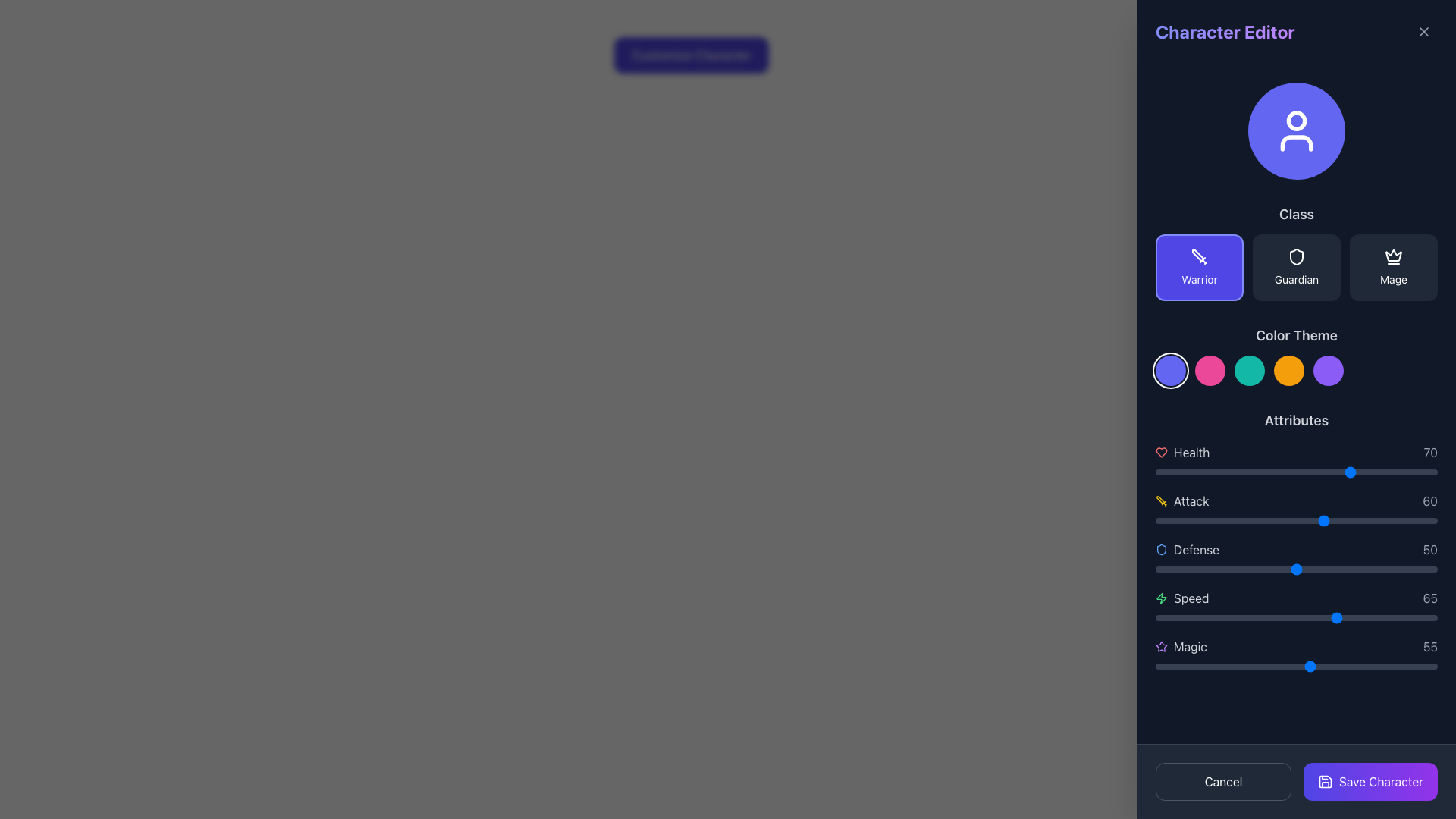  Describe the element at coordinates (1295, 267) in the screenshot. I see `the 'Guardian' class selection button, which is the second in a row of three buttons labeled 'Warrior,' 'Guardian,' and 'Mage' in the character customization interface` at that location.